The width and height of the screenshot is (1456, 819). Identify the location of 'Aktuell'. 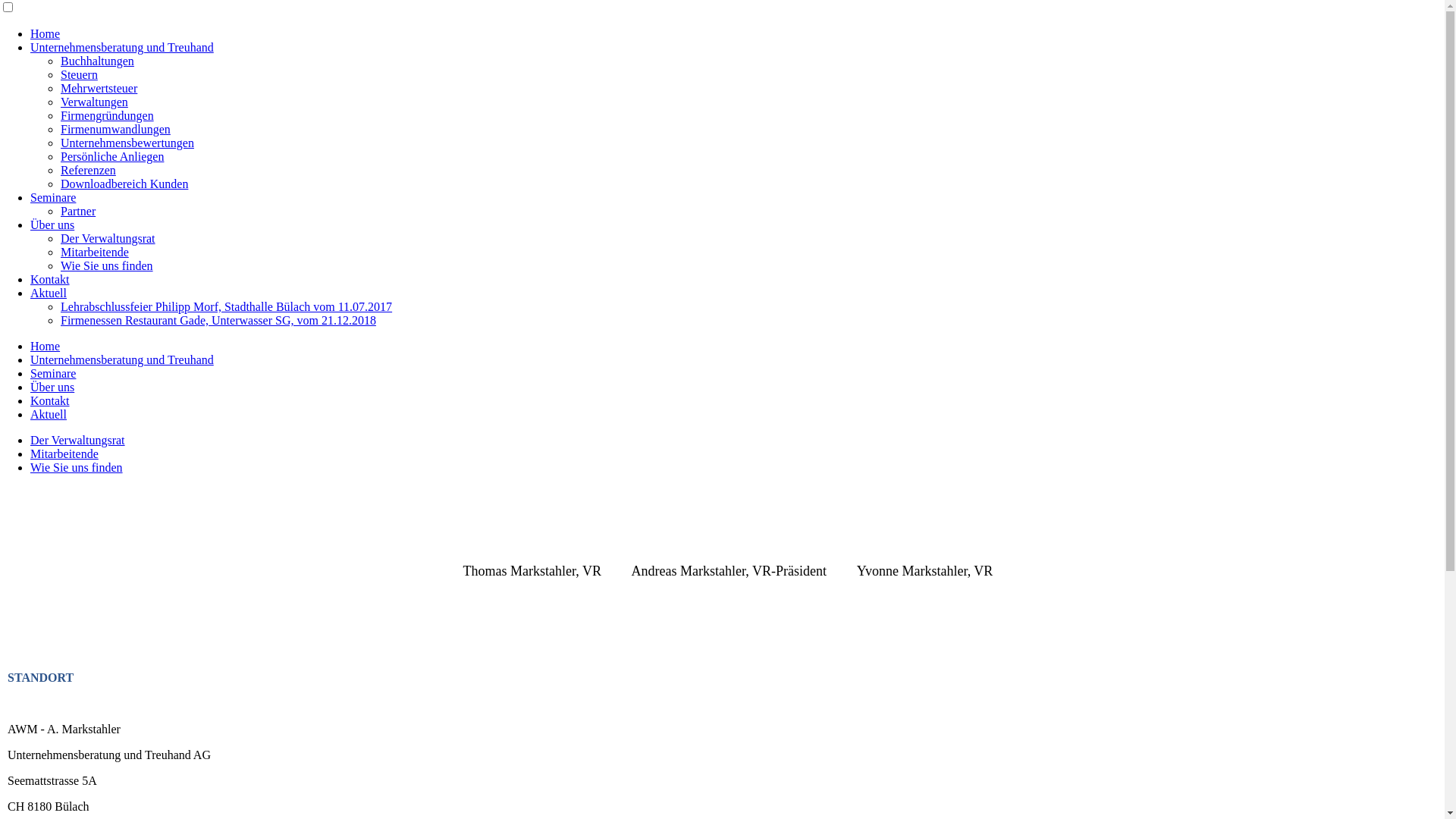
(48, 414).